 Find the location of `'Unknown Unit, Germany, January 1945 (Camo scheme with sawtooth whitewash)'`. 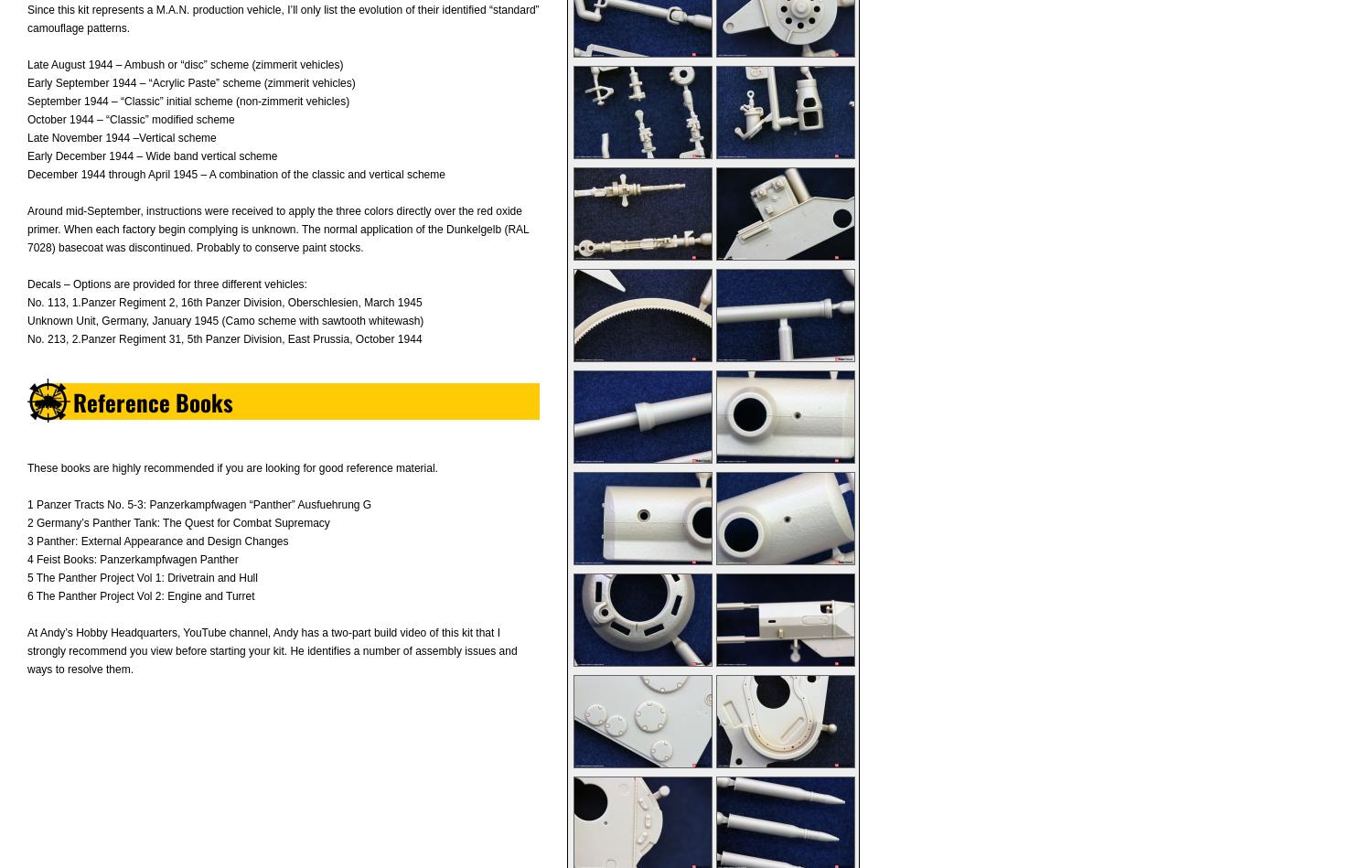

'Unknown Unit, Germany, January 1945 (Camo scheme with sawtooth whitewash)' is located at coordinates (27, 321).